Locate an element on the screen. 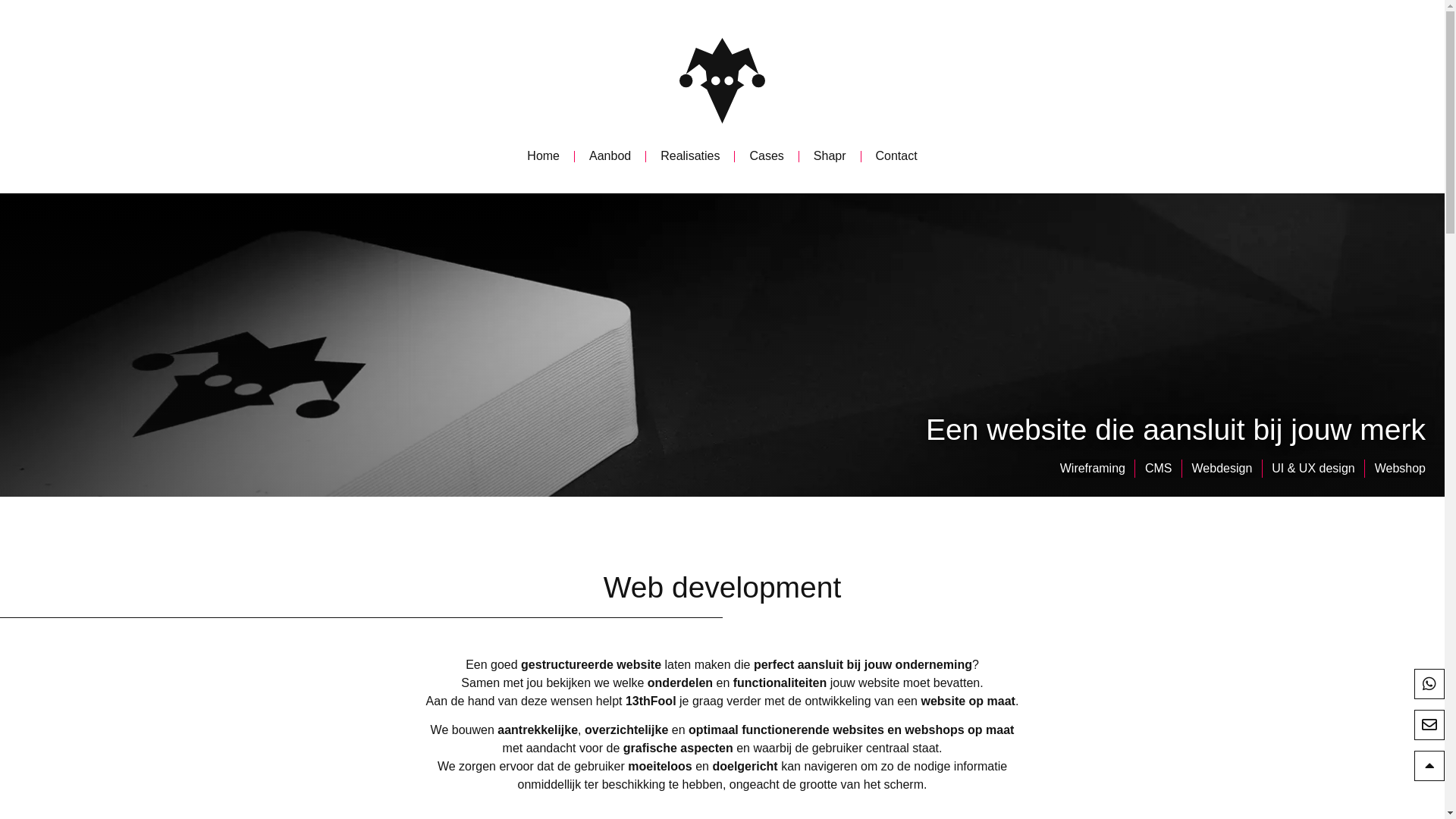 This screenshot has height=819, width=1456. 'perfect aansluit bij jouw onderneming' is located at coordinates (862, 664).